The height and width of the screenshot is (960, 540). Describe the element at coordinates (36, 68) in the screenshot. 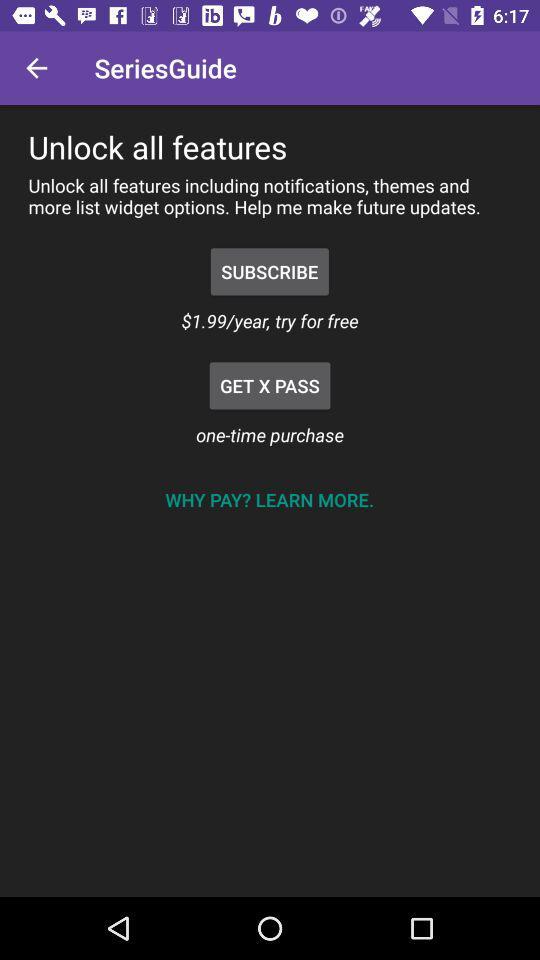

I see `the item above the unlock all features item` at that location.